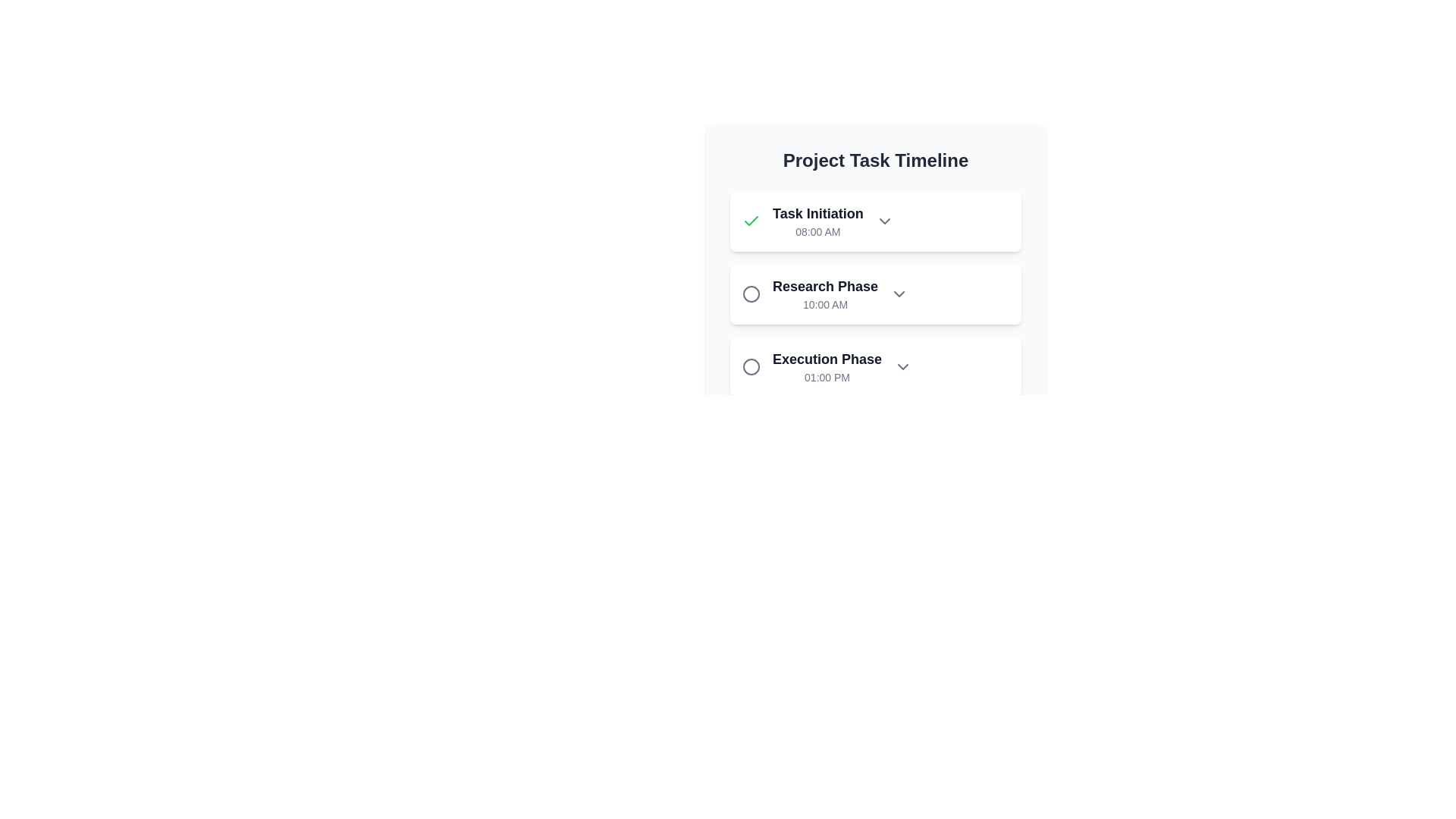 This screenshot has width=1456, height=819. What do you see at coordinates (751, 221) in the screenshot?
I see `the green checkmark icon indicating the completion of the 'Task Initiation' task, located to the left of the text 'Task Initiation' and its time '08:00 AM' in the 'Project Task Timeline' list` at bounding box center [751, 221].